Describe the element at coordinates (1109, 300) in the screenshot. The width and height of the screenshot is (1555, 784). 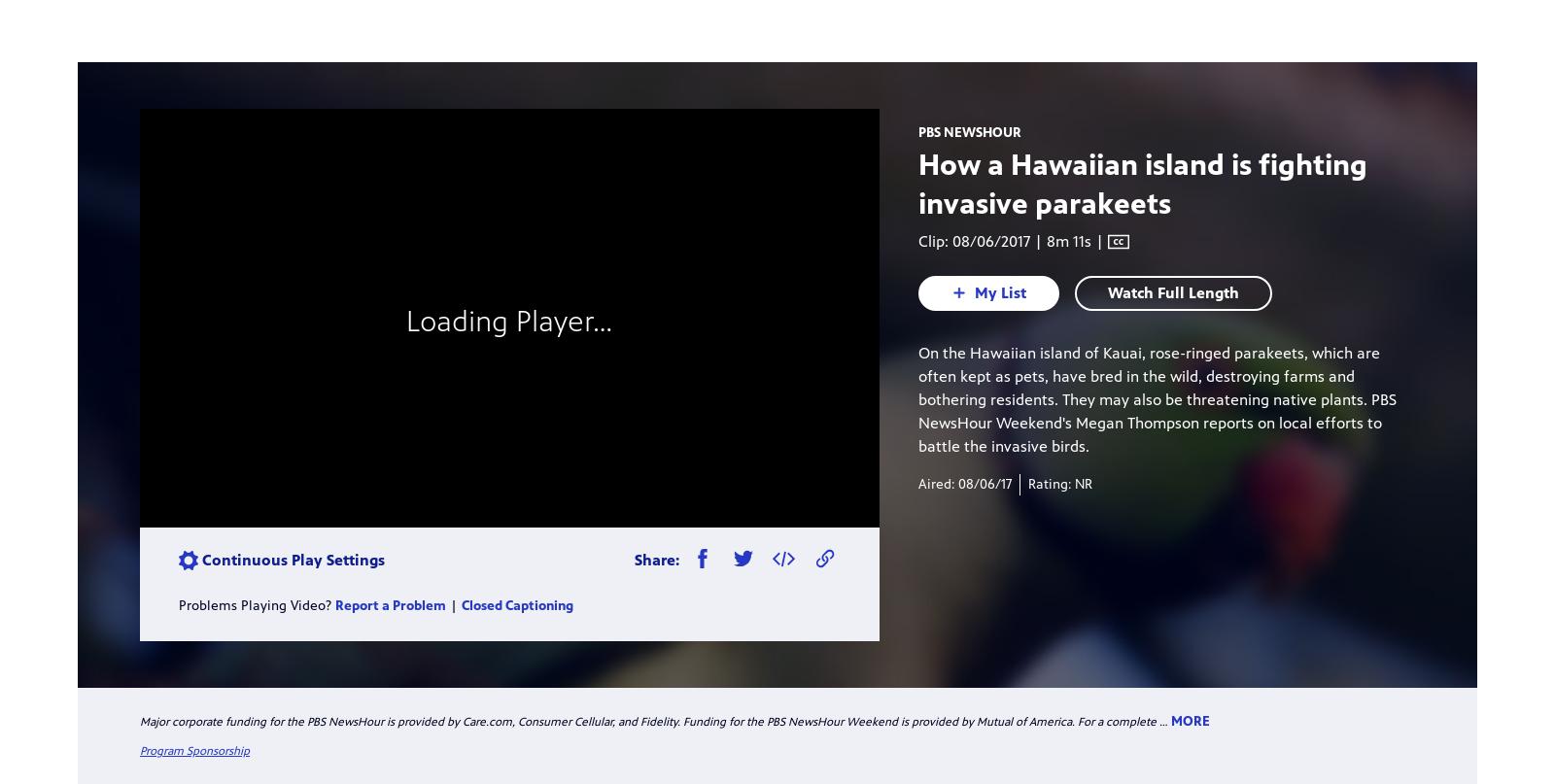
I see `'Johnny Cash: Man in Black -- Live in Denmark 1971'` at that location.